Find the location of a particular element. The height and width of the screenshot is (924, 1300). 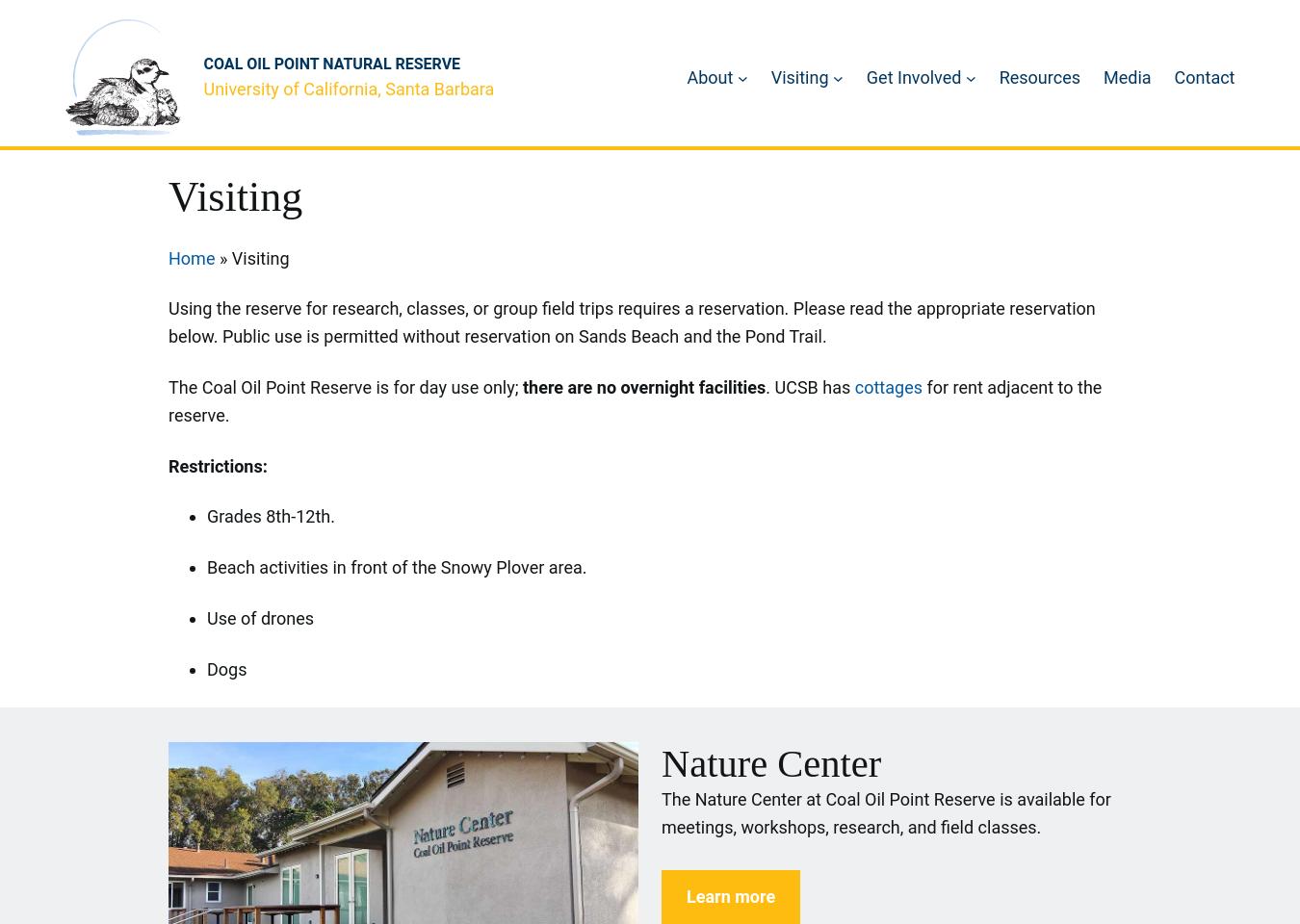

'Use of drones' is located at coordinates (207, 616).